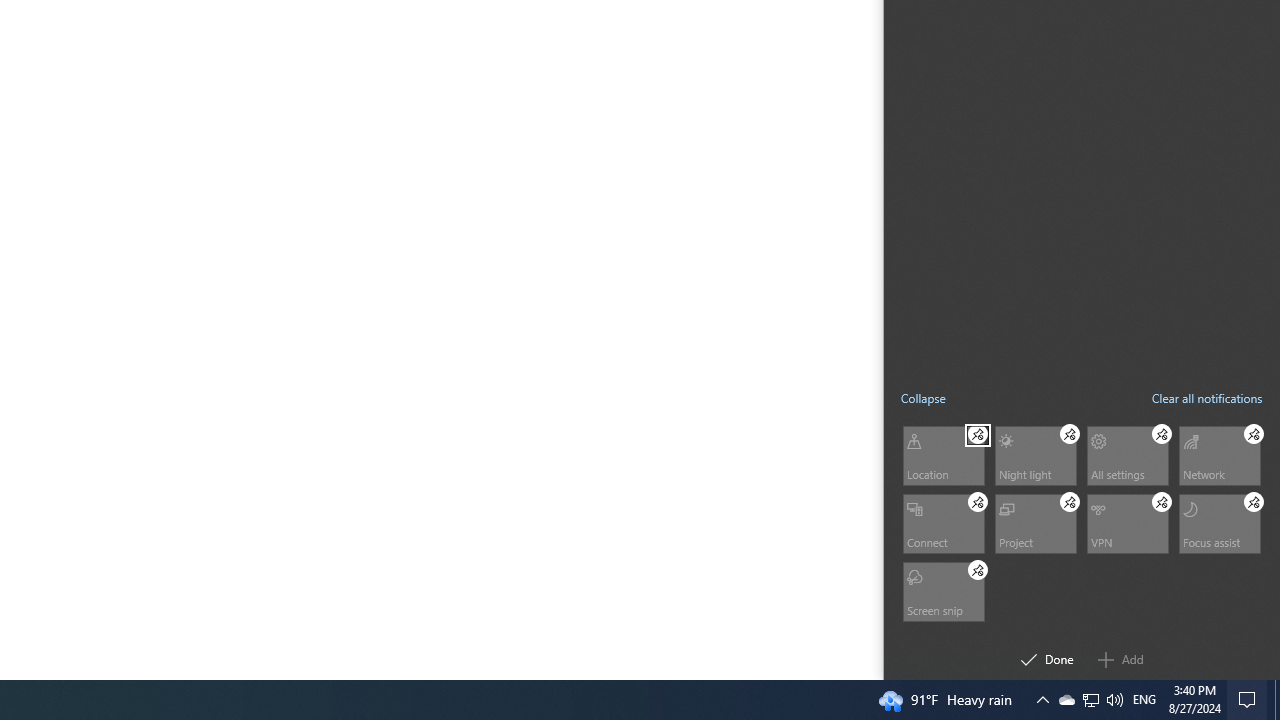 The width and height of the screenshot is (1280, 720). Describe the element at coordinates (1144, 698) in the screenshot. I see `'Tray Input Indicator - English (United States)'` at that location.